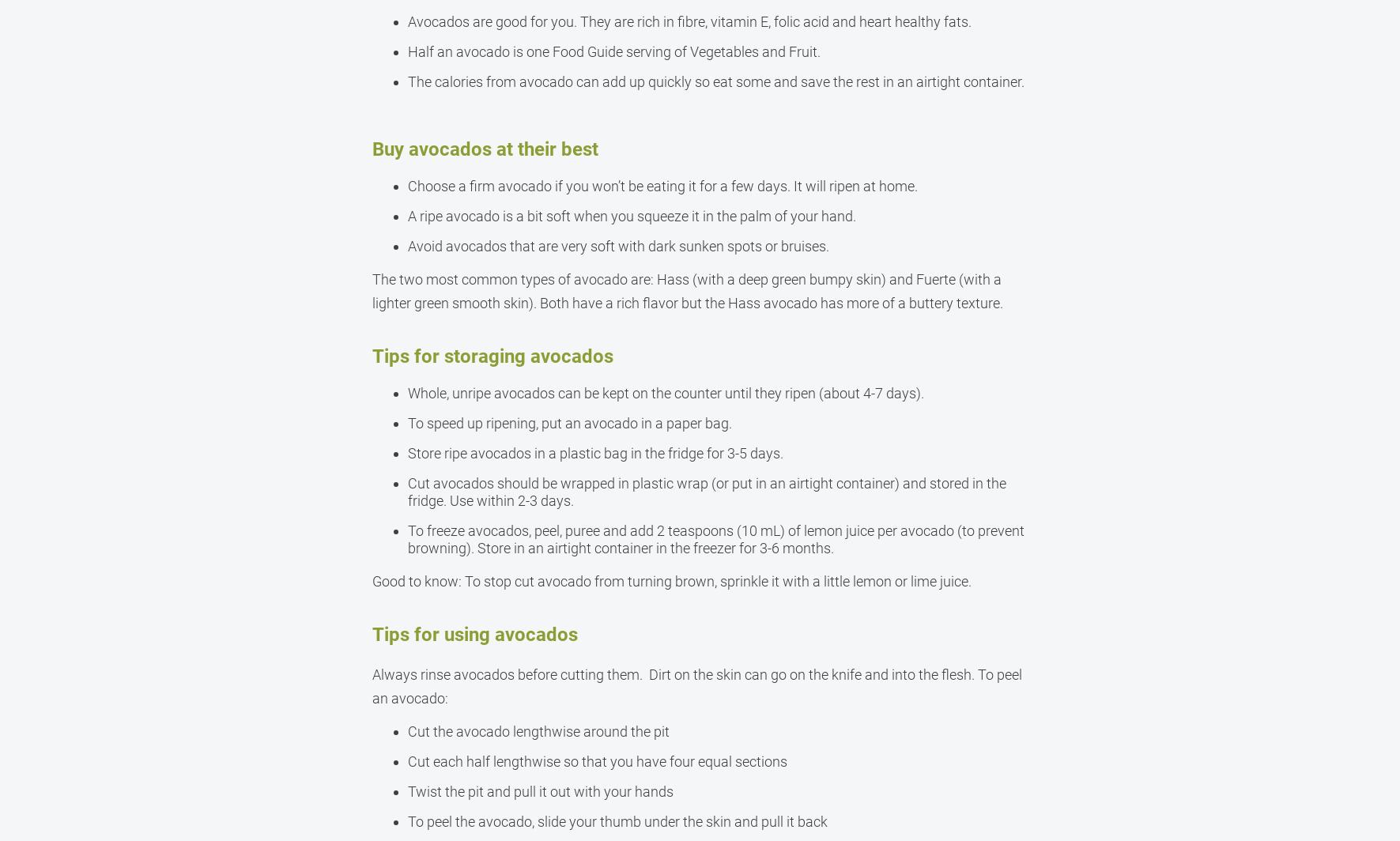  What do you see at coordinates (715, 539) in the screenshot?
I see `'To freeze avocados, peel, puree and add 2 teaspoons (10 mL) of lemon juice per avocado (to prevent browning). Store in an airtight container in the freezer for 3-6 months.'` at bounding box center [715, 539].